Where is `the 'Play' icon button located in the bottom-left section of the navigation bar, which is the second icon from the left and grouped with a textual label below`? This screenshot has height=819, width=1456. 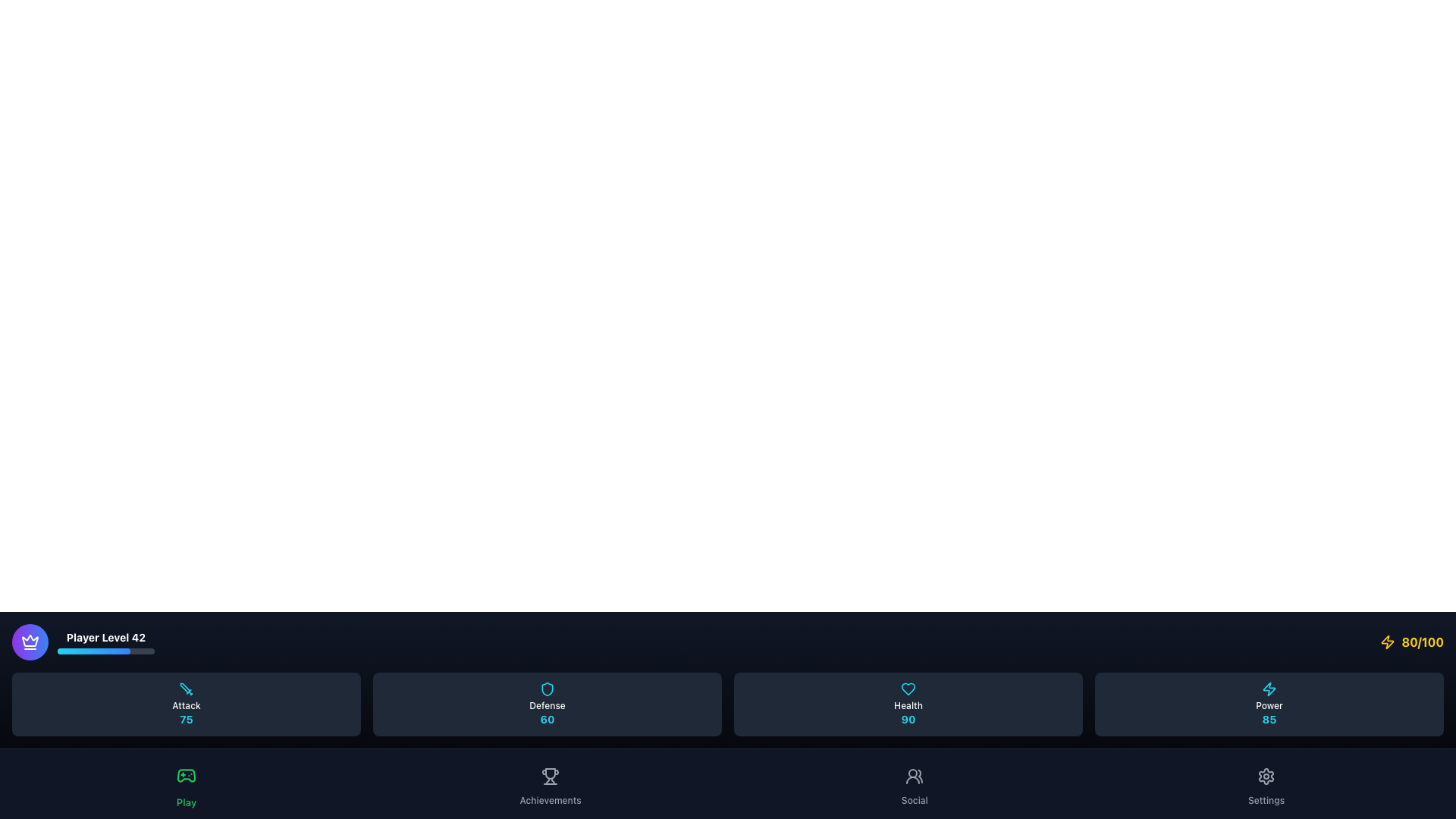
the 'Play' icon button located in the bottom-left section of the navigation bar, which is the second icon from the left and grouped with a textual label below is located at coordinates (185, 775).